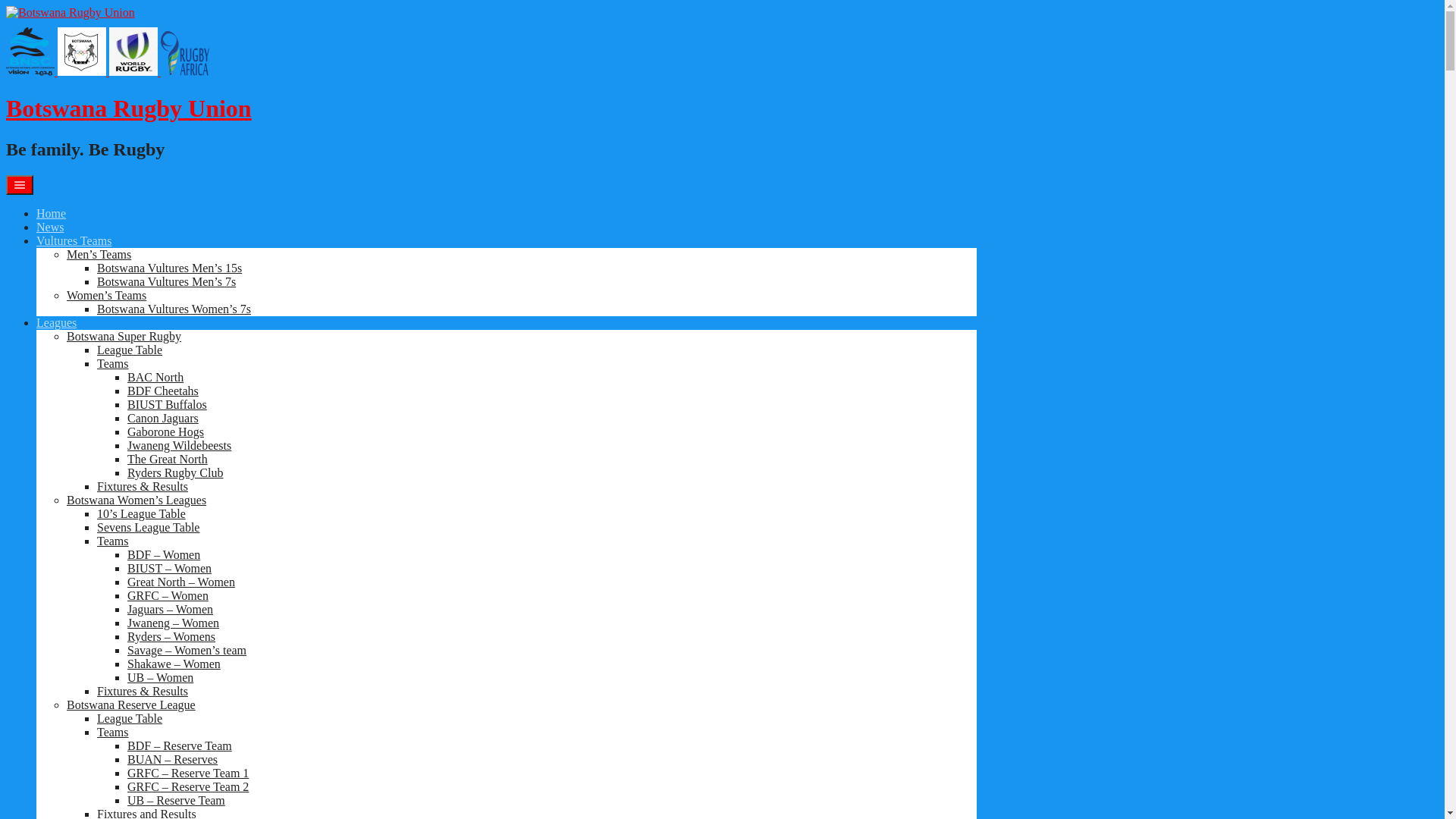  I want to click on 'News', so click(50, 227).